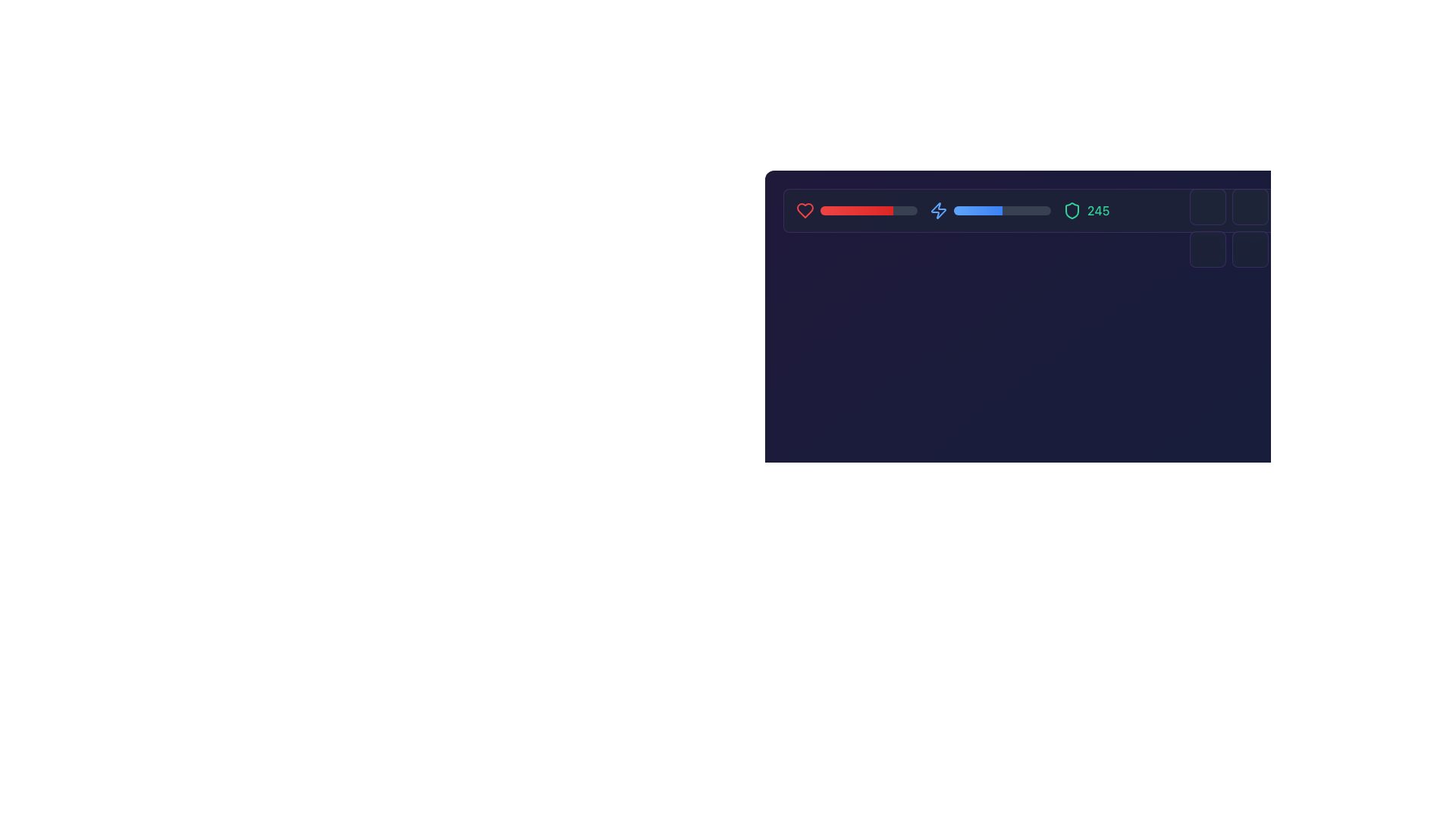 The image size is (1456, 819). I want to click on the progress visually by focusing on the centrally positioned progress bar that represents a skill or energy level, so click(1002, 210).